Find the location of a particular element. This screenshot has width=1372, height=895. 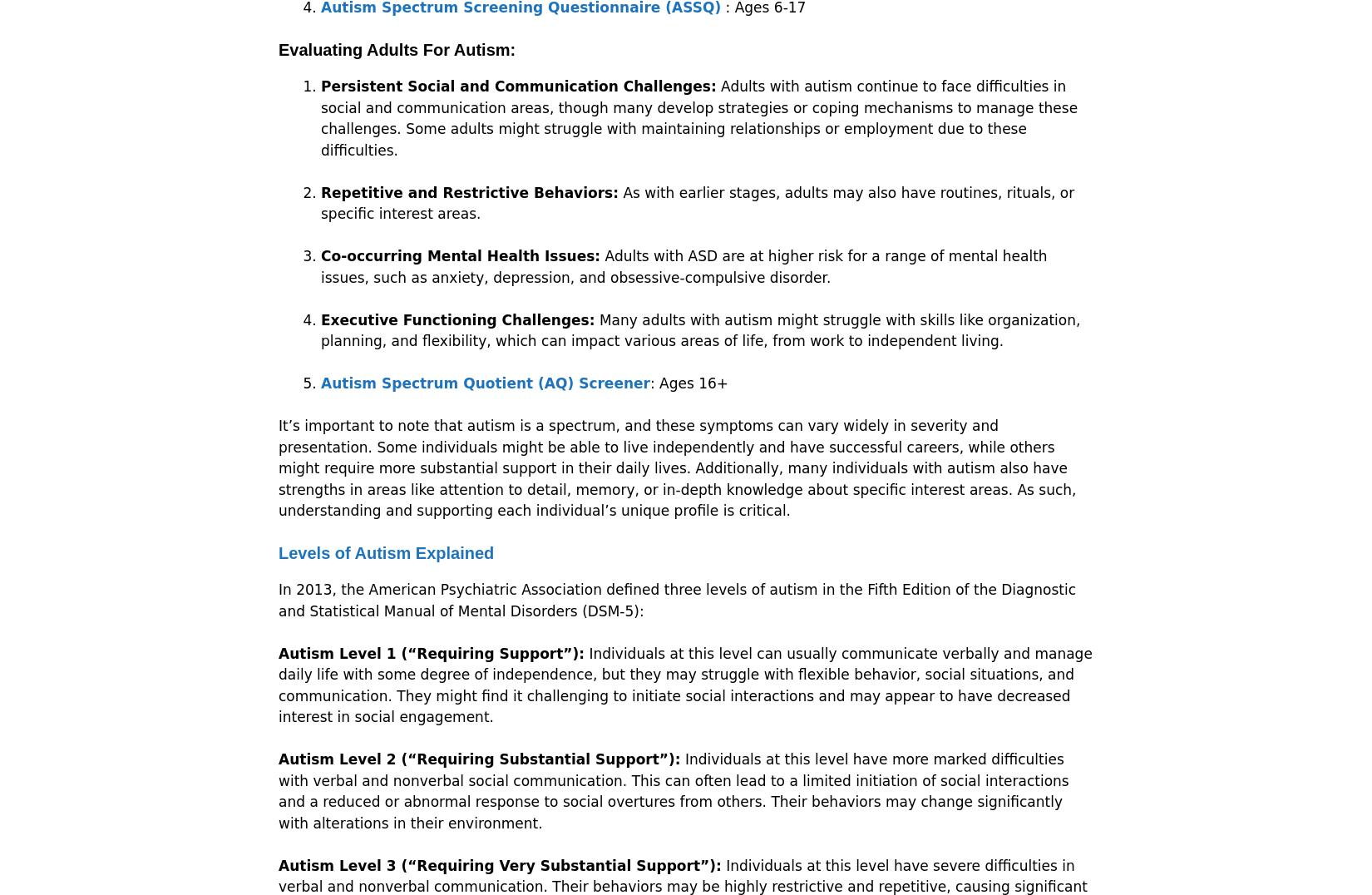

'Autism Level 2 (“Requiring Substantial Support”):' is located at coordinates (478, 758).